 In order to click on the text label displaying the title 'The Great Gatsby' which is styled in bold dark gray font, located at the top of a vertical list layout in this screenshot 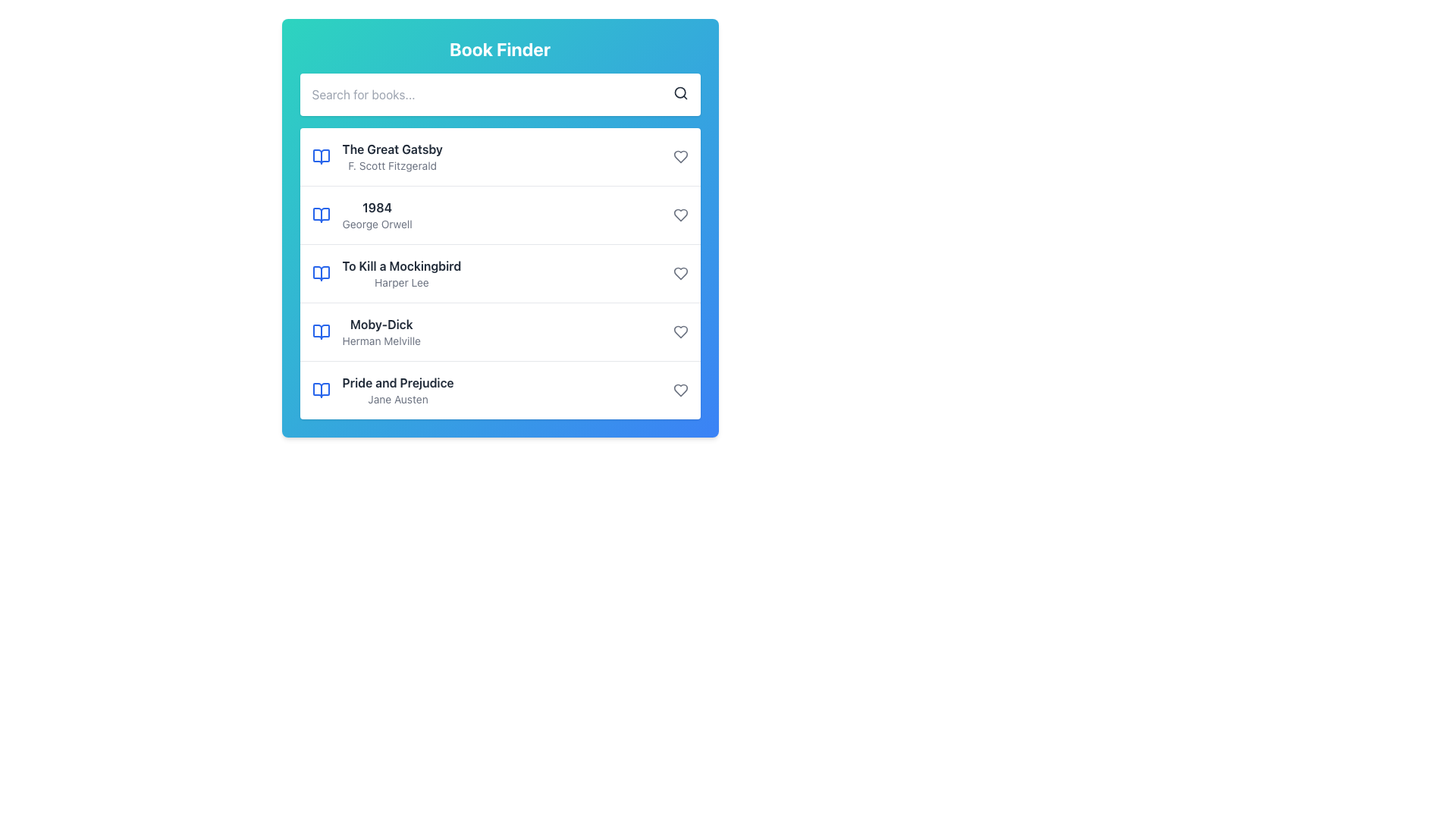, I will do `click(392, 149)`.